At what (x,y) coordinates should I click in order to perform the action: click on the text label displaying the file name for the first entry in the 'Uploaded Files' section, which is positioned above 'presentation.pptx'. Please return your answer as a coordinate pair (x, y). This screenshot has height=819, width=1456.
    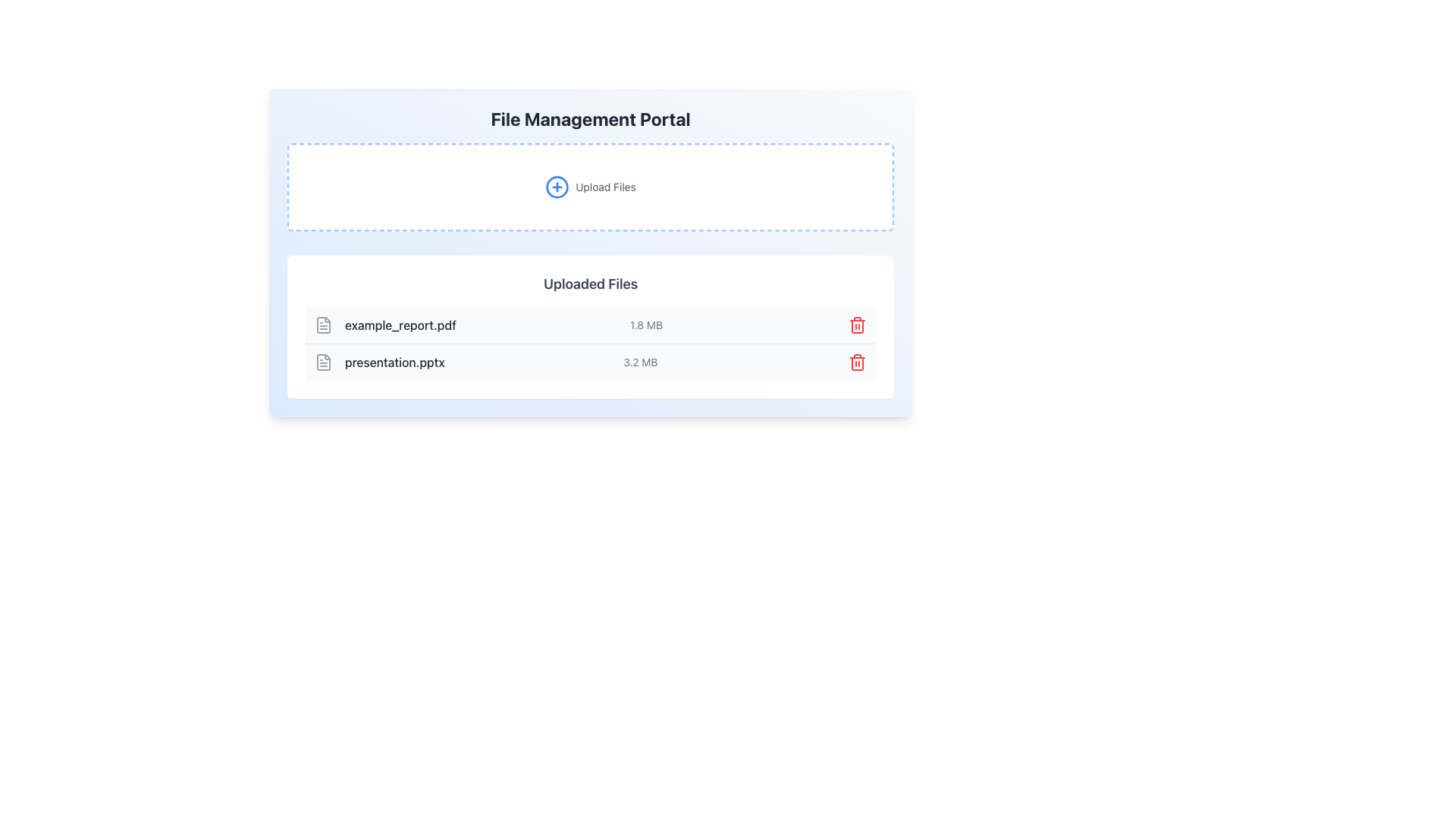
    Looking at the image, I should click on (385, 324).